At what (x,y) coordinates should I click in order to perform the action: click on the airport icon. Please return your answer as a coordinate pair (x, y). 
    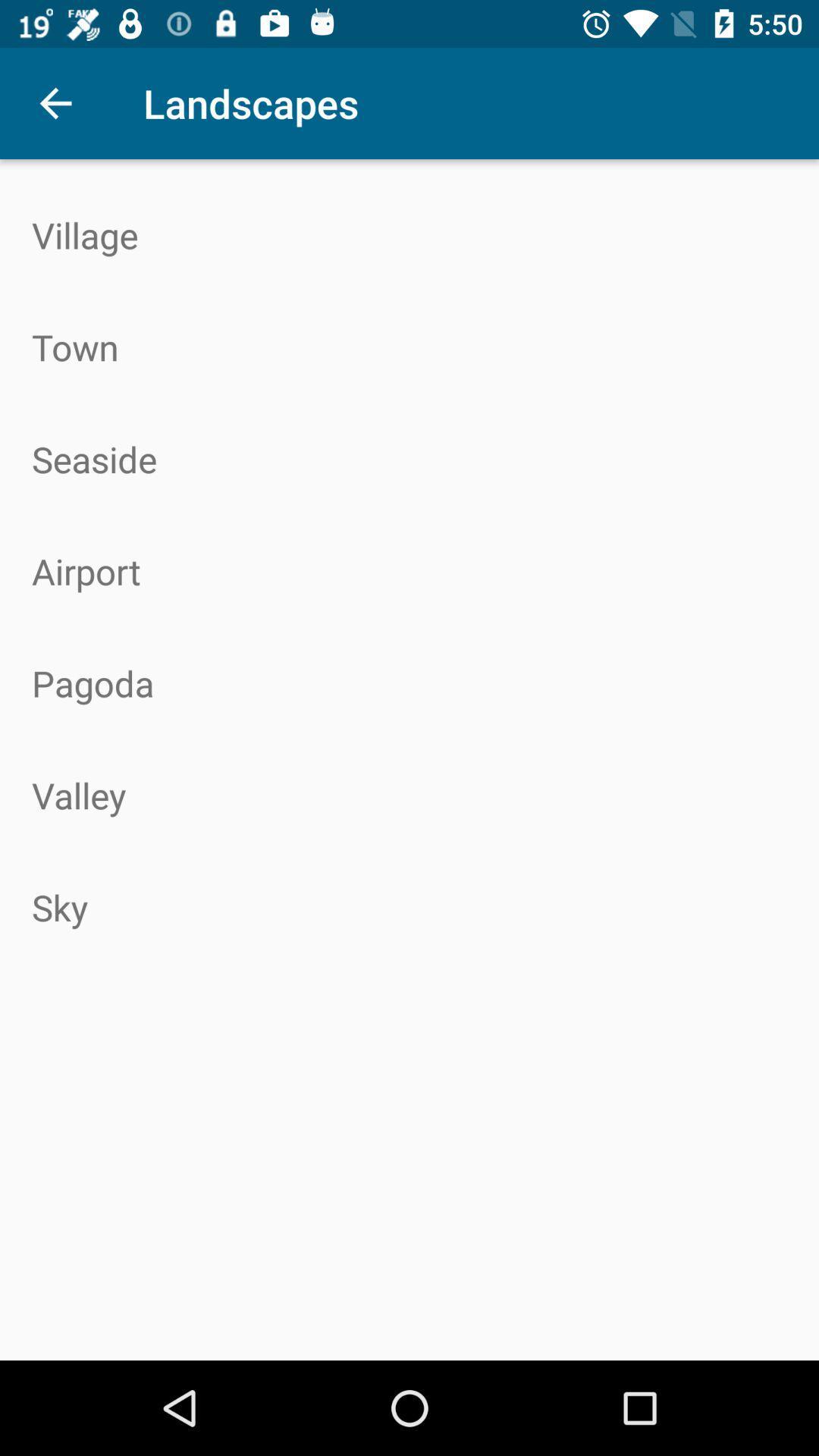
    Looking at the image, I should click on (409, 570).